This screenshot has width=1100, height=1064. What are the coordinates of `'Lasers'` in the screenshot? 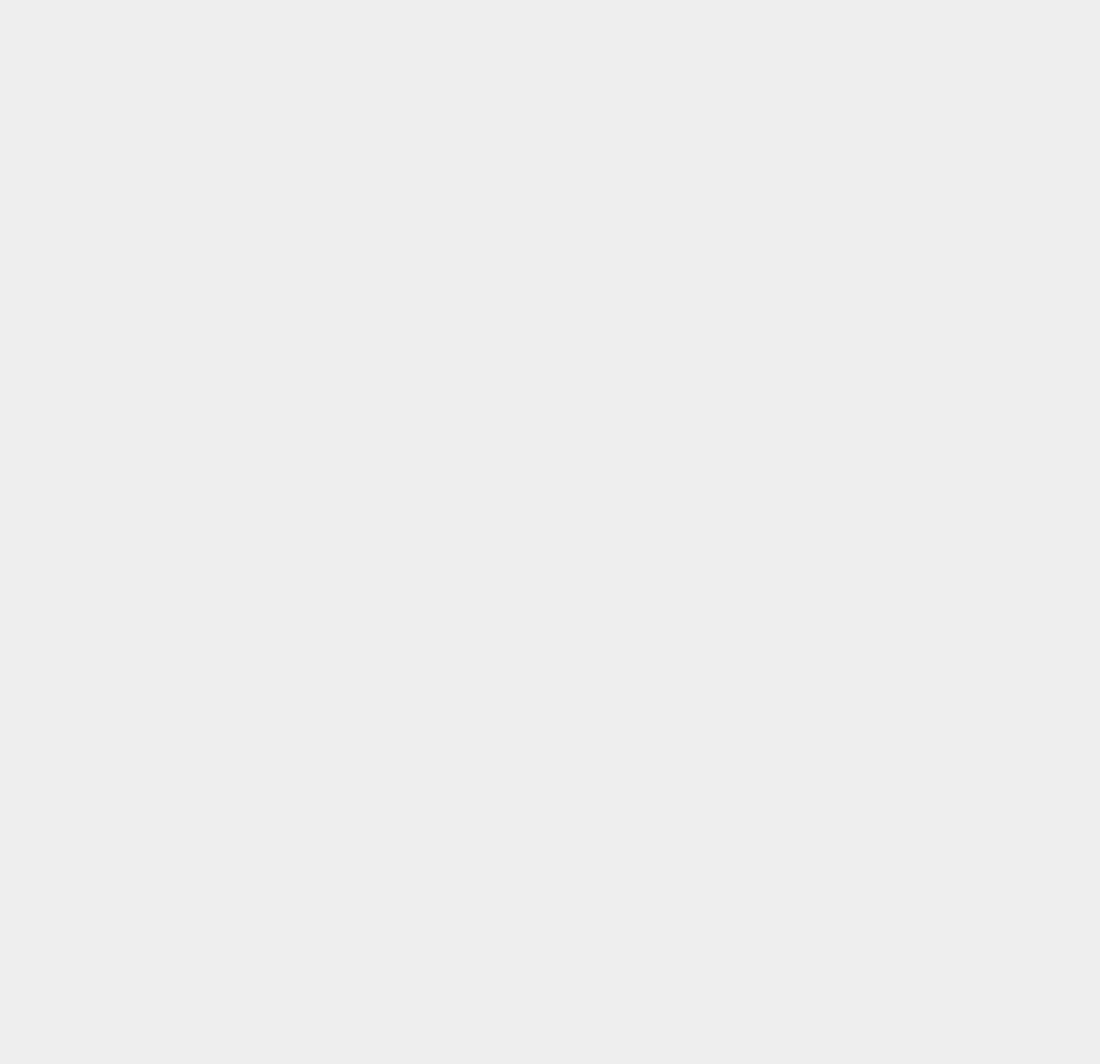 It's located at (799, 1021).